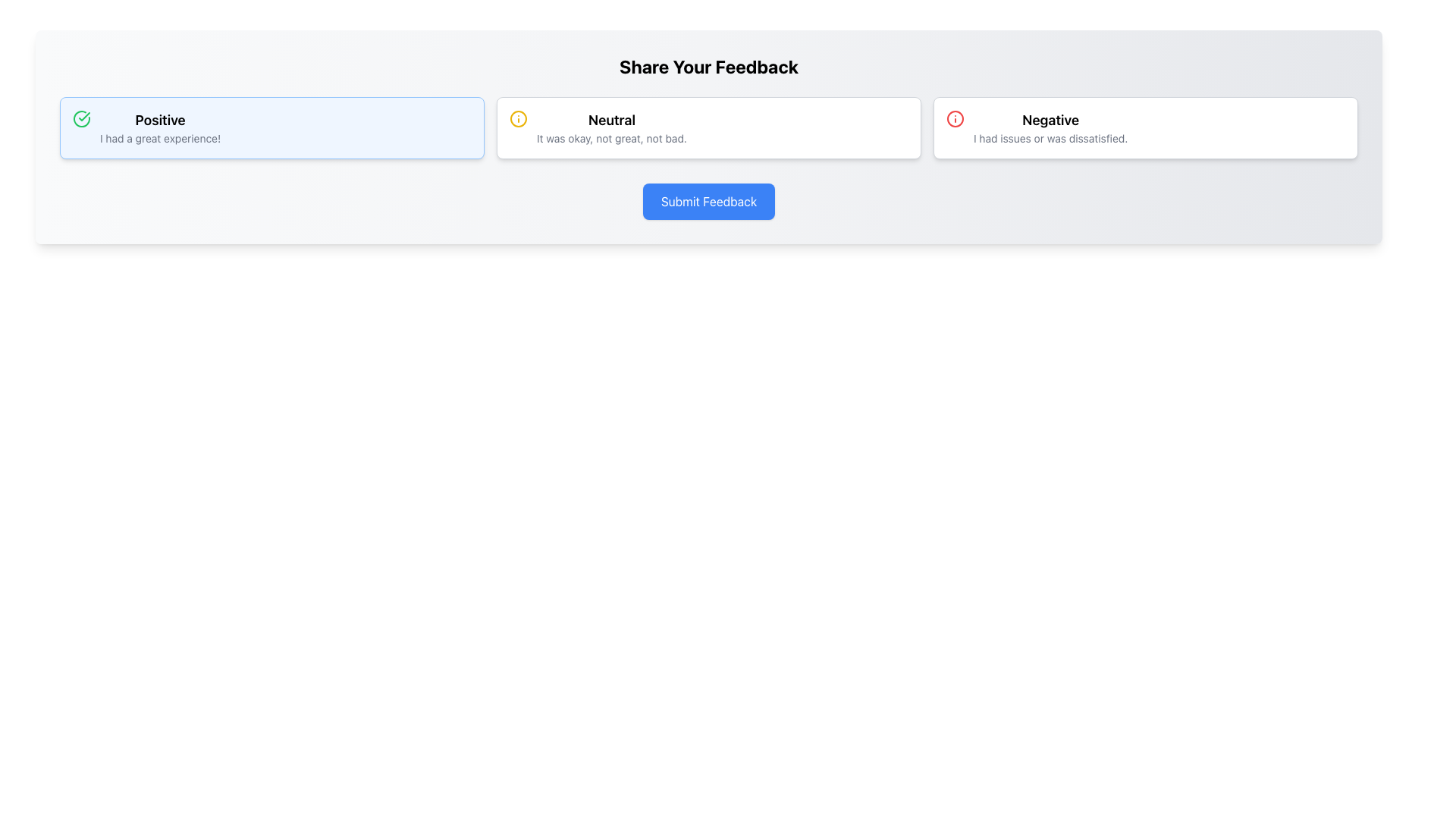 The height and width of the screenshot is (819, 1456). Describe the element at coordinates (519, 118) in the screenshot. I see `the yellow circular vector graphic element within the 'info' icon that is adjacent to the 'Neutral' sentiment button` at that location.